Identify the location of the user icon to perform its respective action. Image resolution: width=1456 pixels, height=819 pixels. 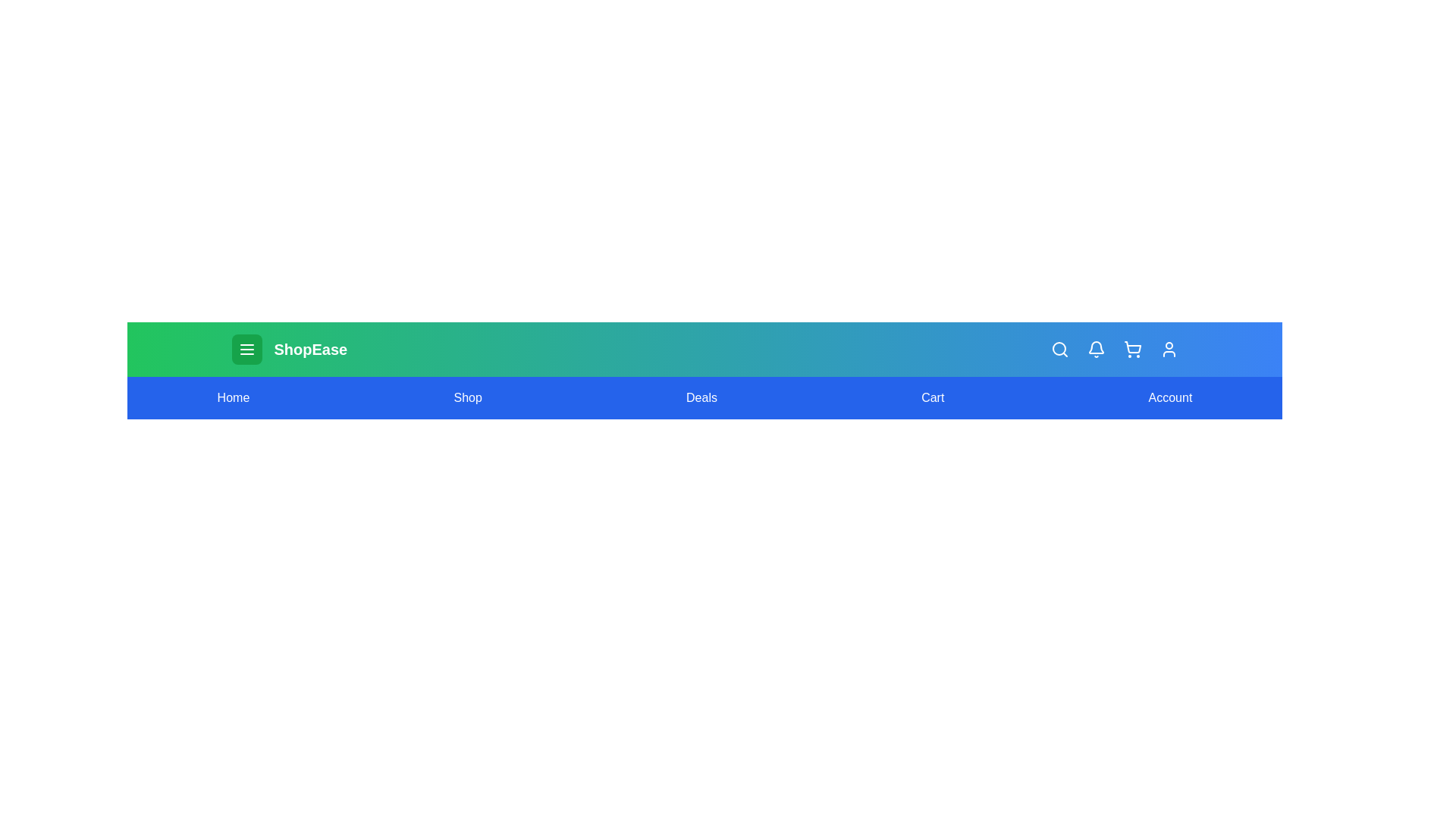
(1168, 350).